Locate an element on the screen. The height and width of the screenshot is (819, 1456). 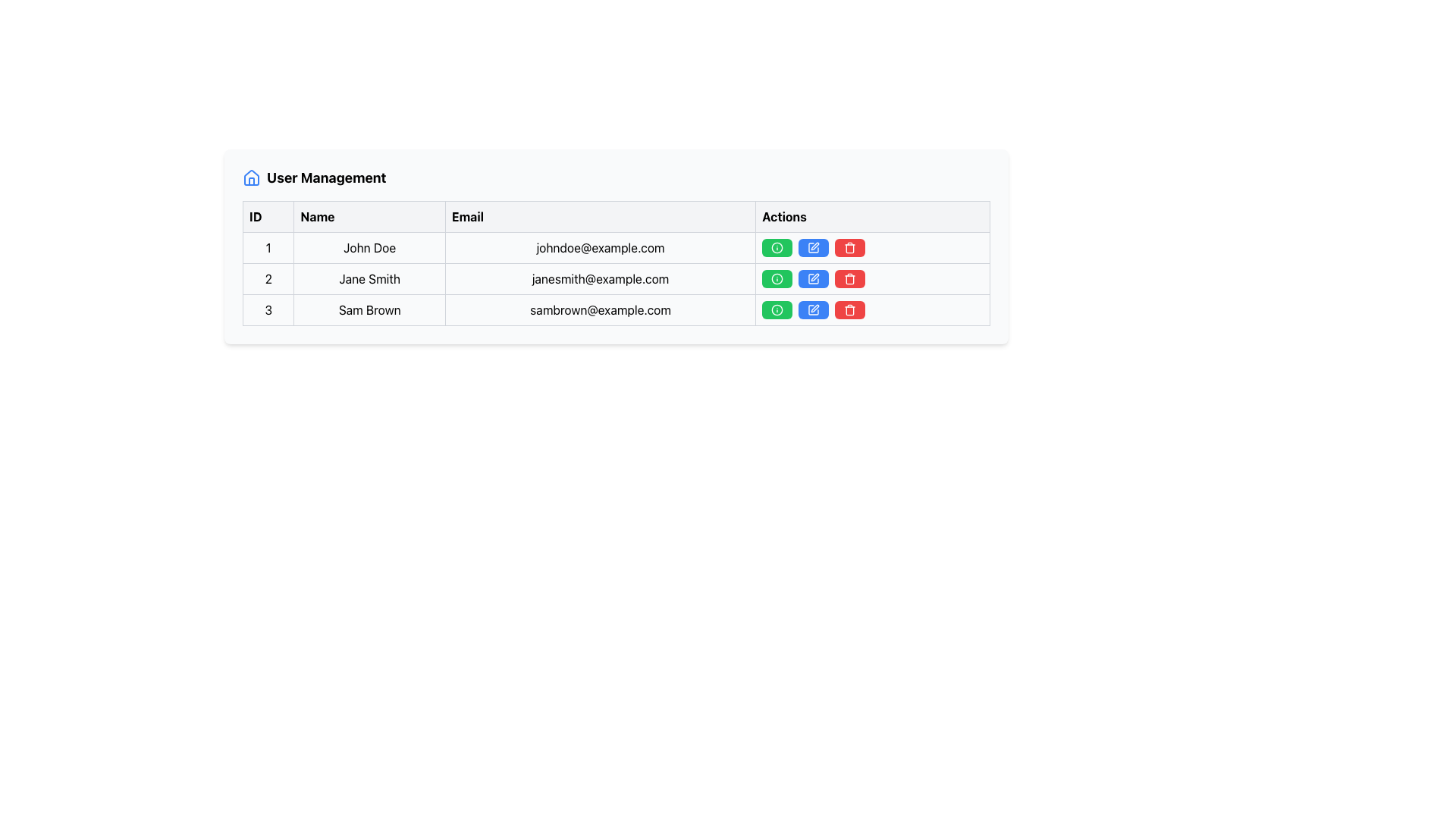
the third row in the User Management table that contains the fields '3', 'Sam Brown', and 'sambrown@example.com' is located at coordinates (616, 309).